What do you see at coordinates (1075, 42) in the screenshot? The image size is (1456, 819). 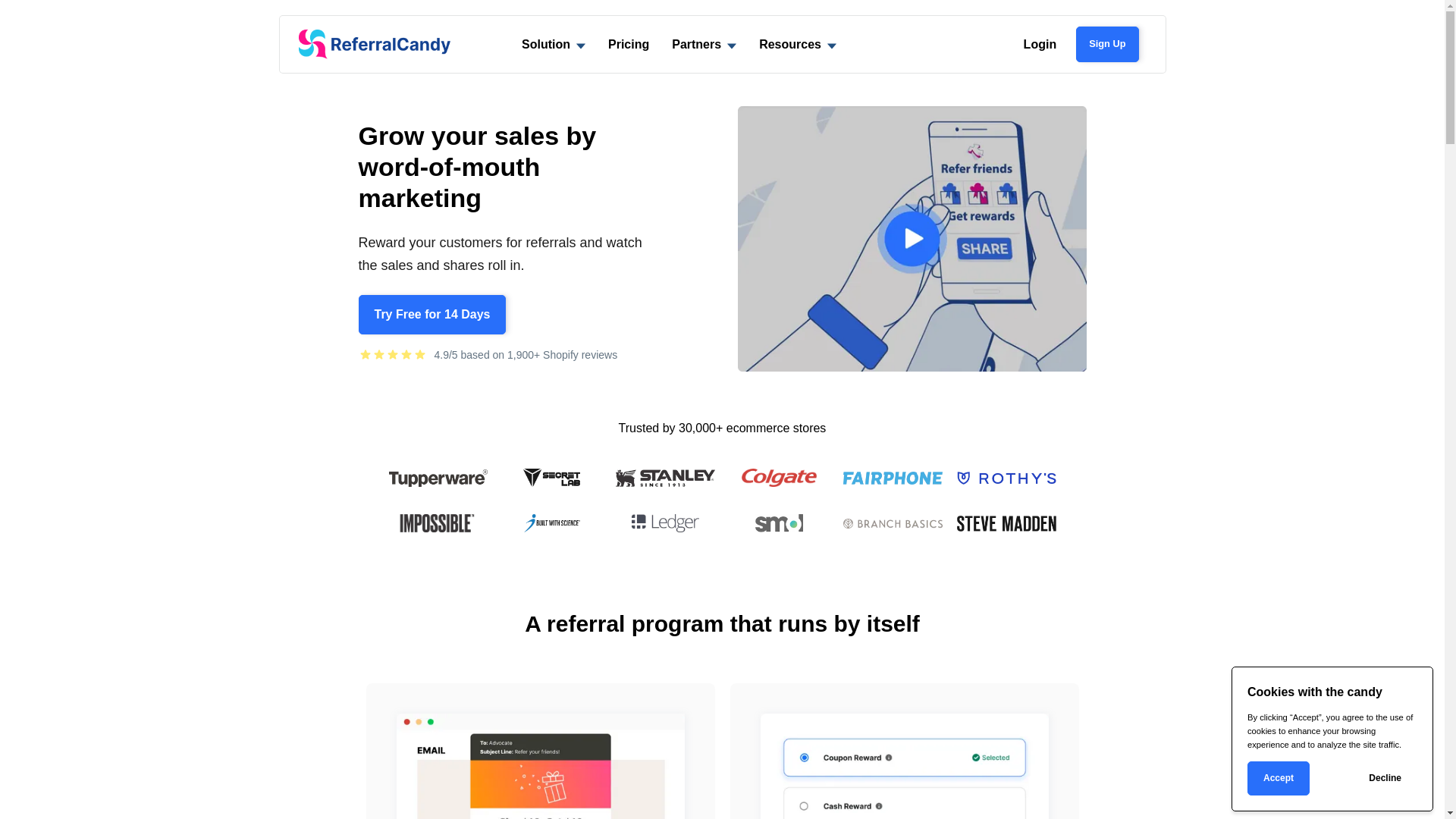 I see `'Sign Up'` at bounding box center [1075, 42].